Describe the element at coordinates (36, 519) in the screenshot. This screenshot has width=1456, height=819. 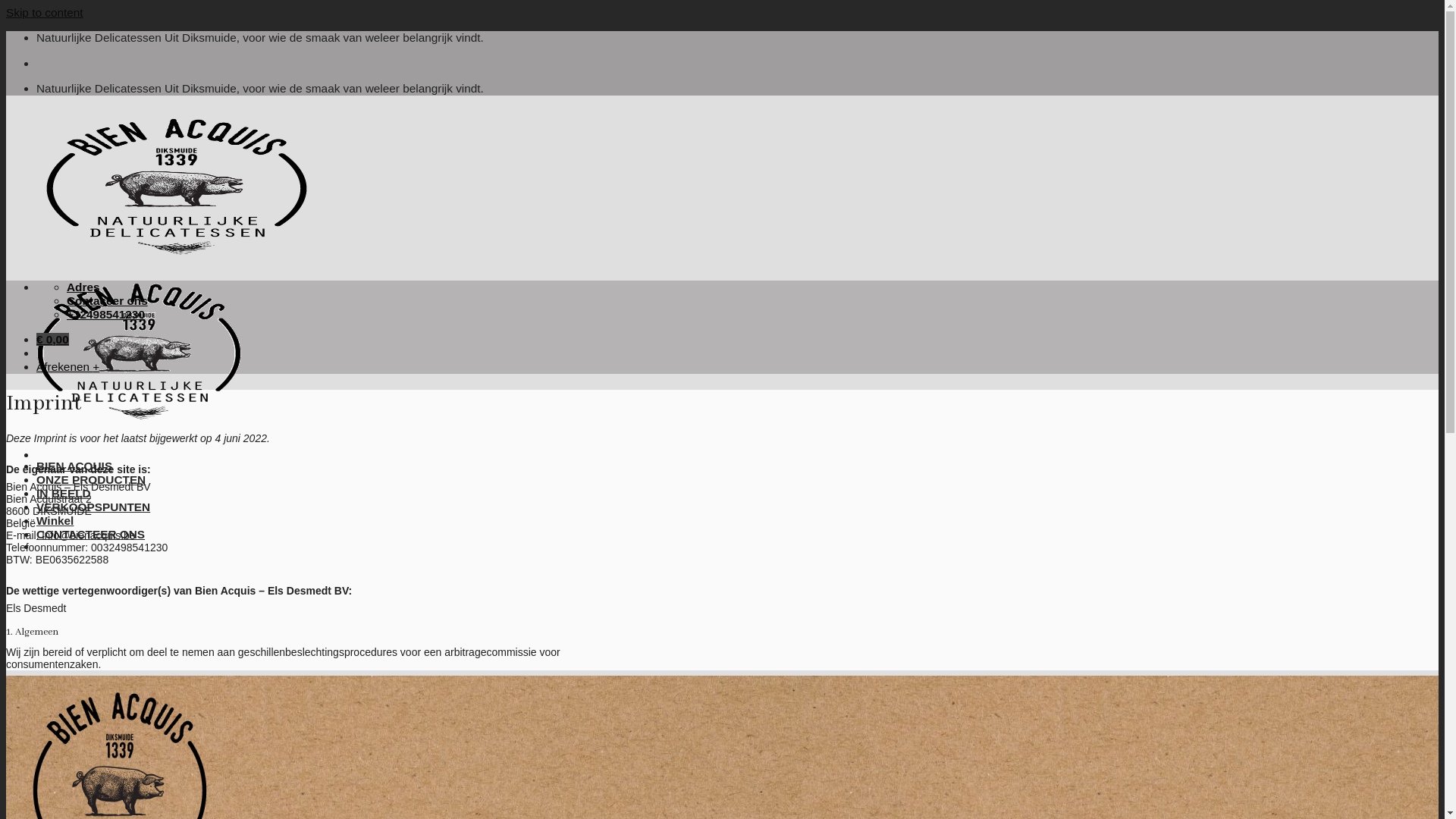
I see `'Winkel'` at that location.